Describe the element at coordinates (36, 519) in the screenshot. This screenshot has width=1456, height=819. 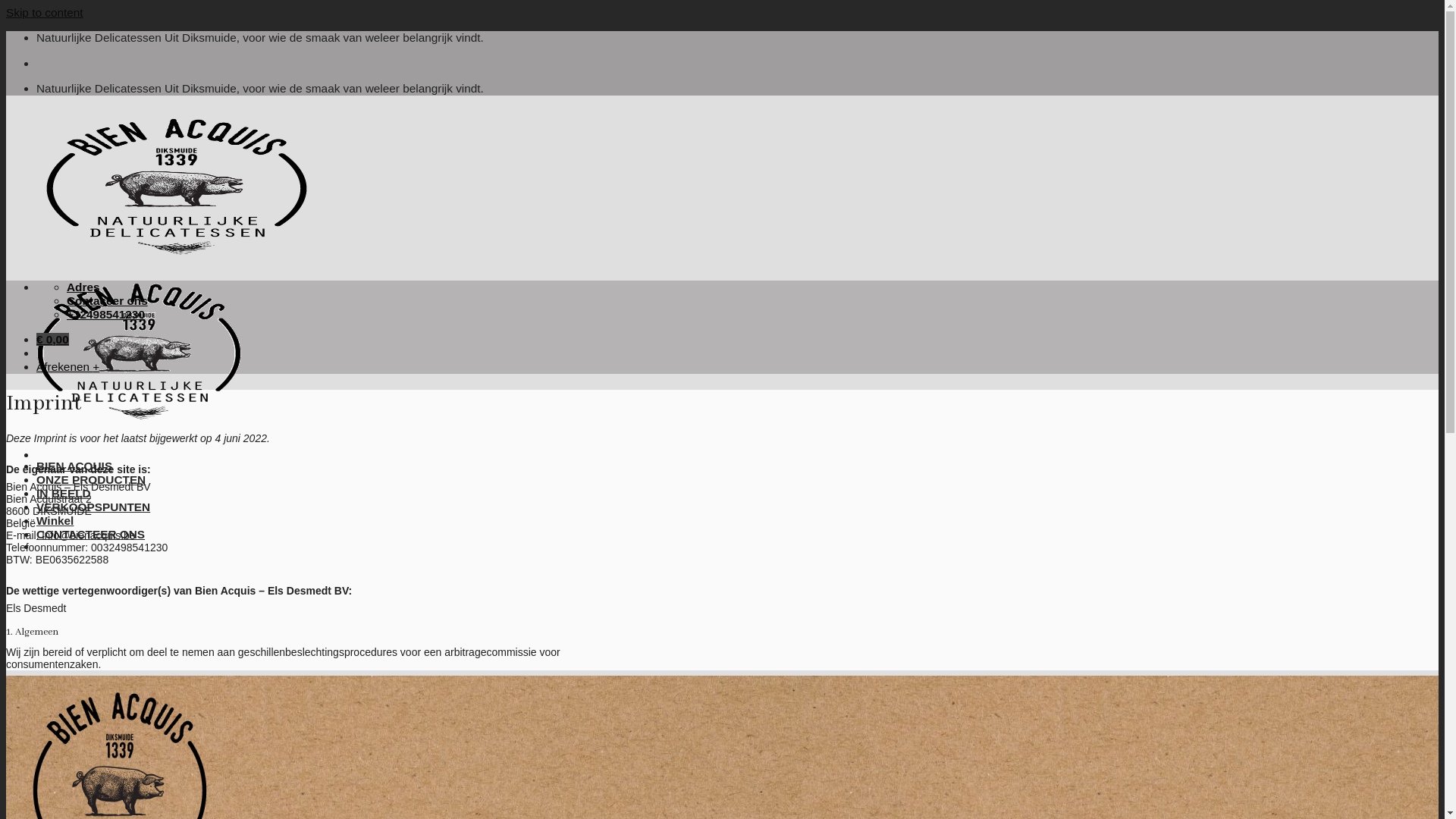
I see `'Winkel'` at that location.